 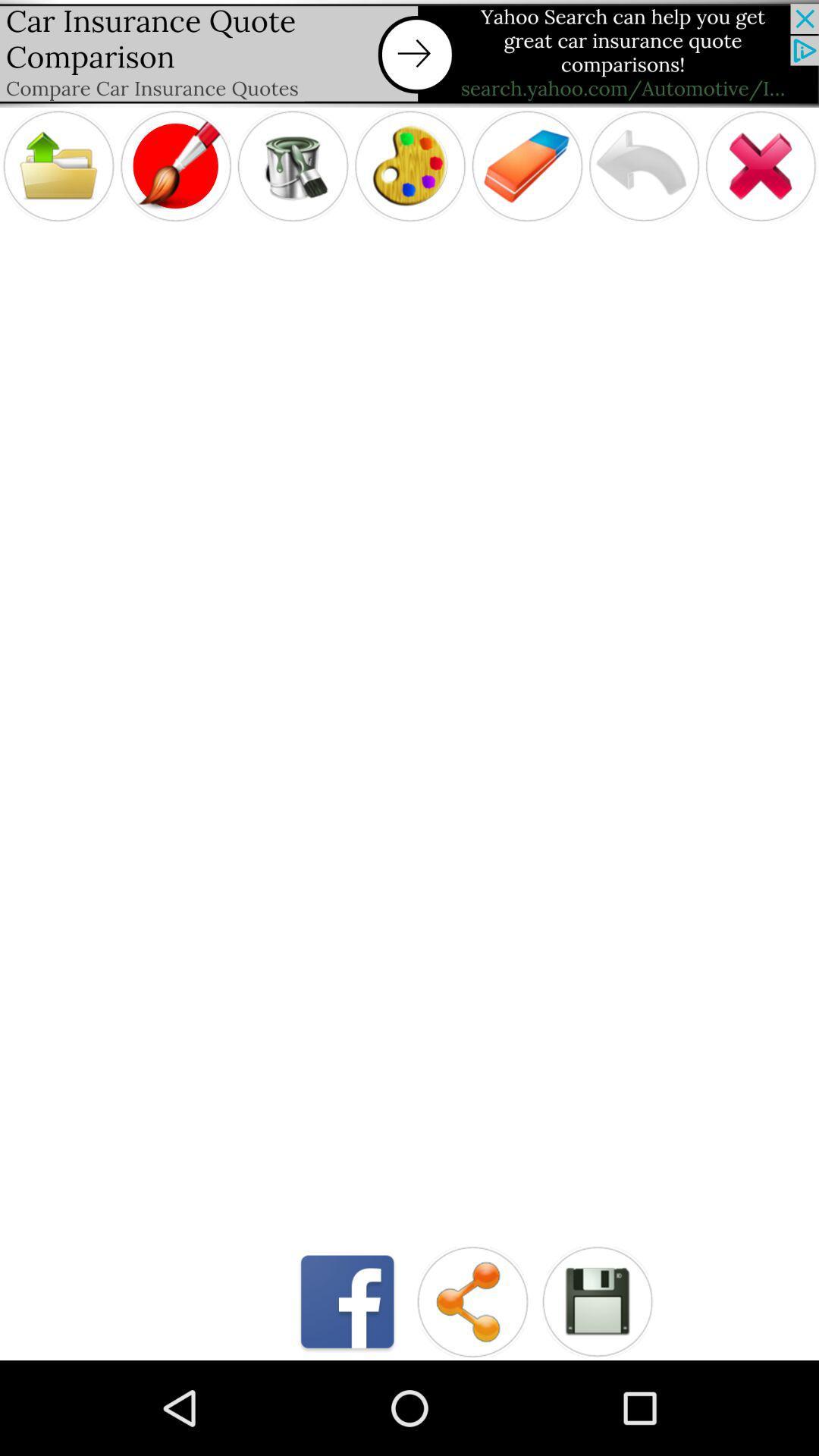 I want to click on advertising, so click(x=409, y=53).